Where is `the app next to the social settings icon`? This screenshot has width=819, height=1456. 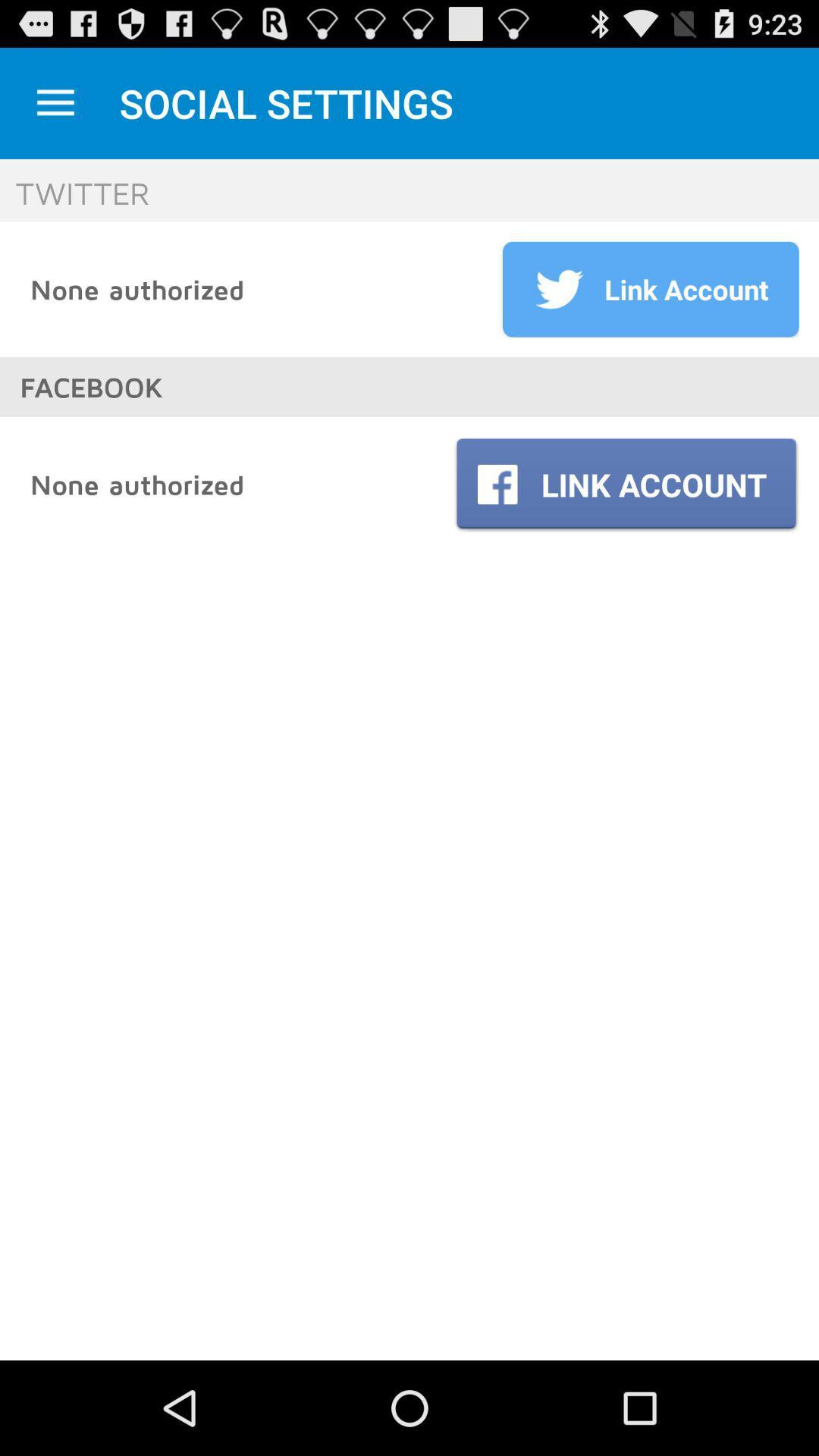
the app next to the social settings icon is located at coordinates (55, 102).